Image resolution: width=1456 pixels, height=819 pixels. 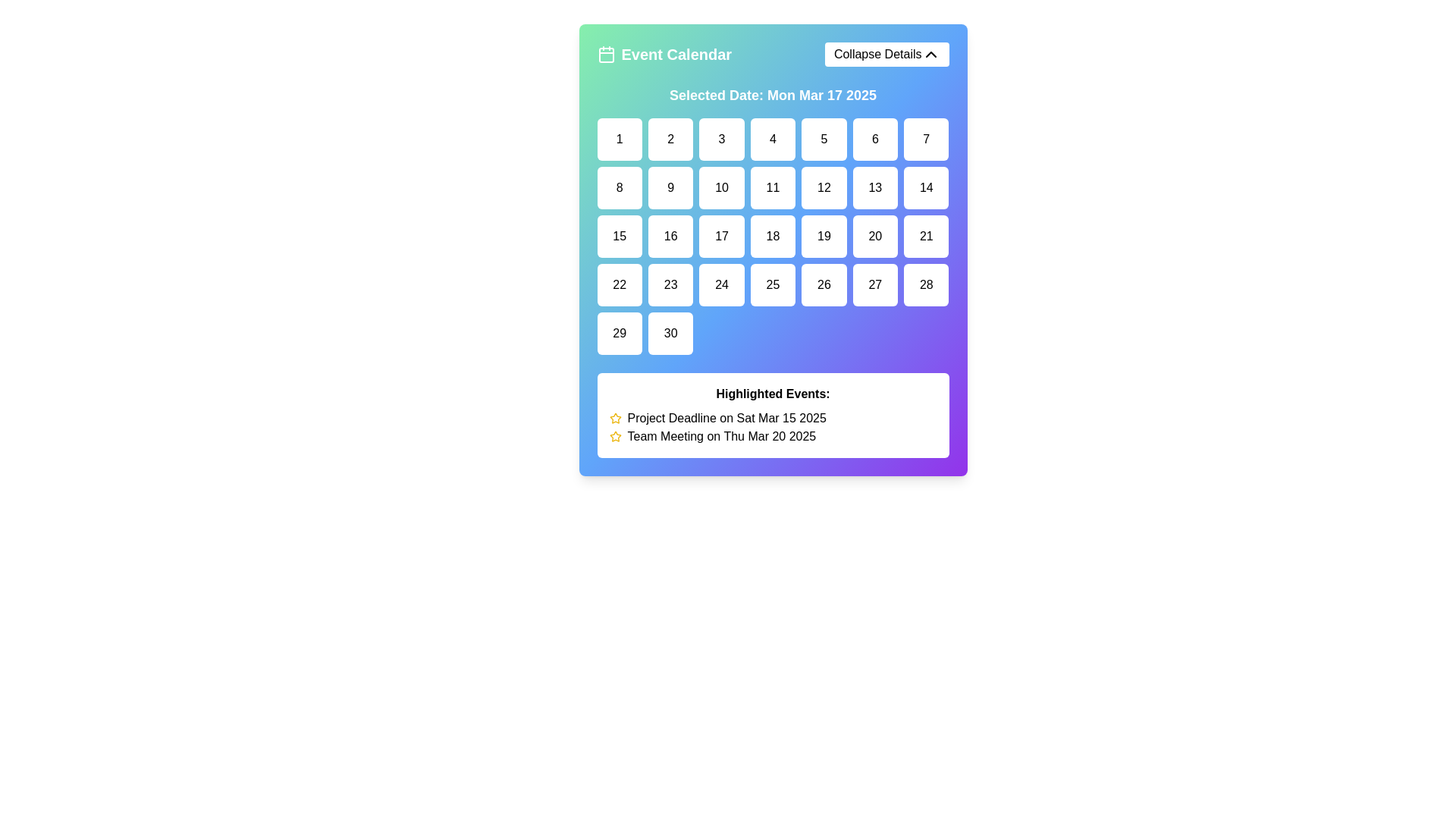 What do you see at coordinates (620, 140) in the screenshot?
I see `the first day button in the calendar interface, located at the top row and first column of the grid layout` at bounding box center [620, 140].